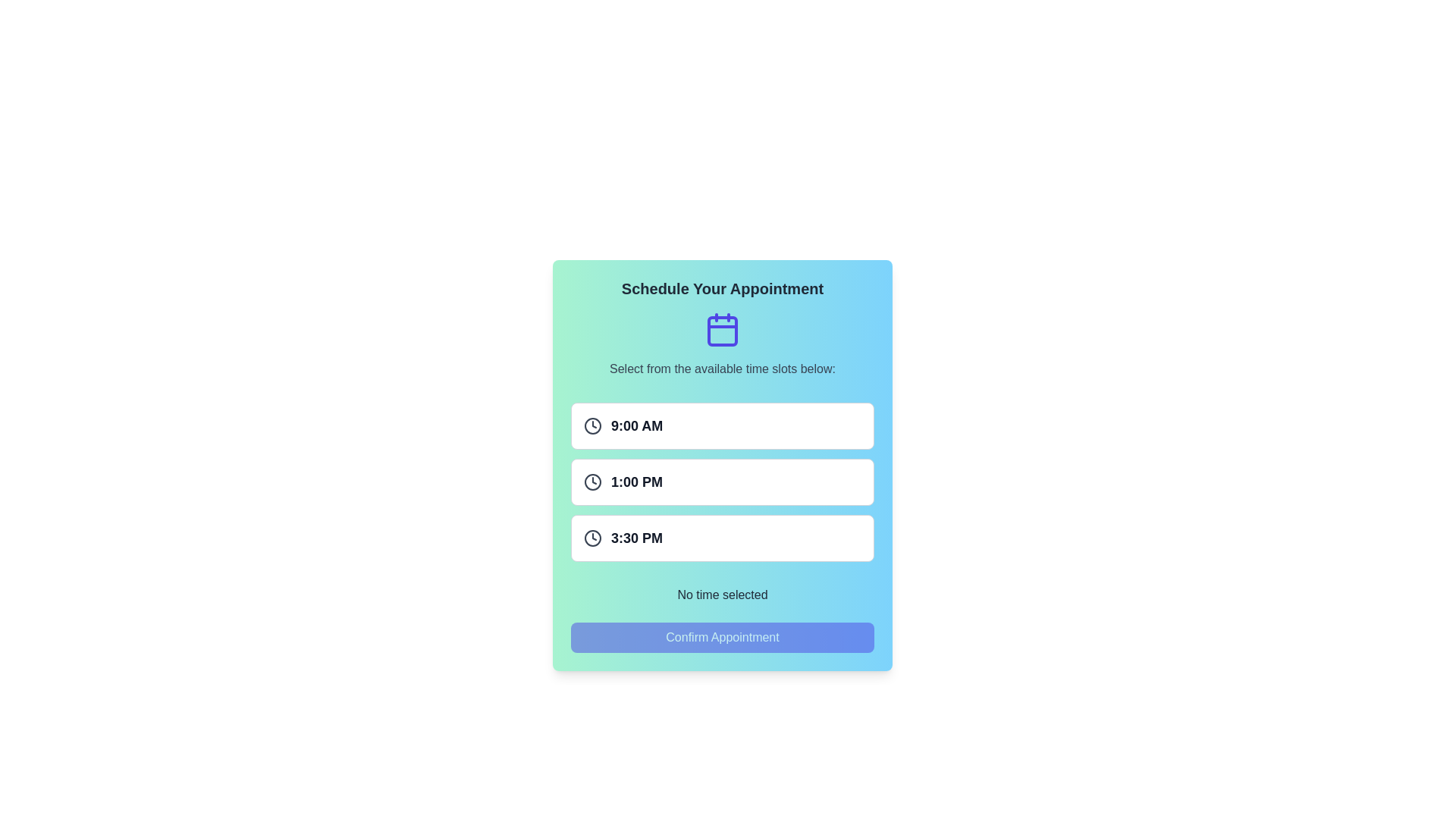  I want to click on the clock icon located on the left side of the first time slot box, adjacent to the text '9:00 AM', so click(592, 426).